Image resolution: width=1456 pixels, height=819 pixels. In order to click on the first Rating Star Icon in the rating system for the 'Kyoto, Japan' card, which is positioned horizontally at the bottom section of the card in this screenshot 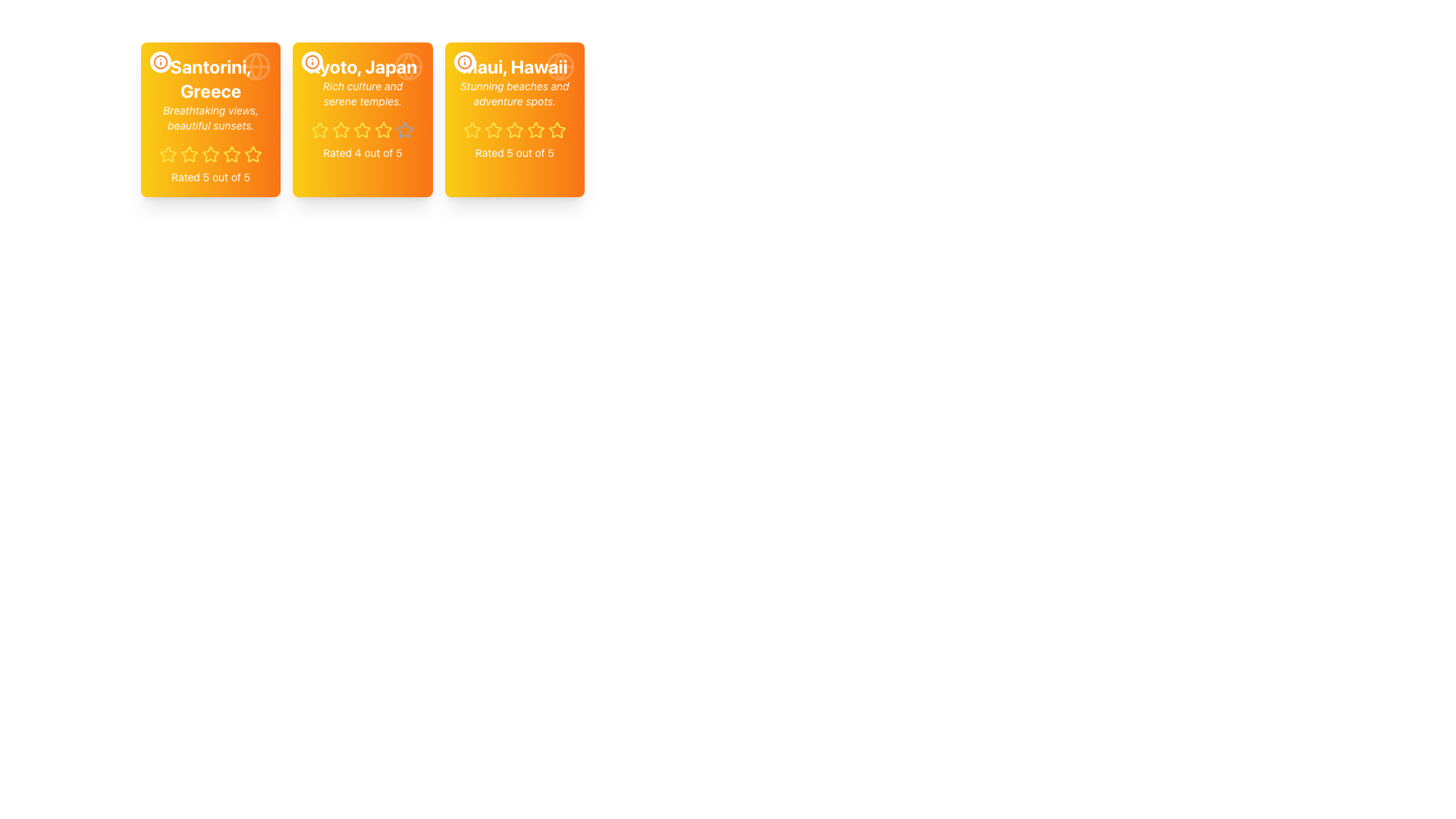, I will do `click(319, 130)`.